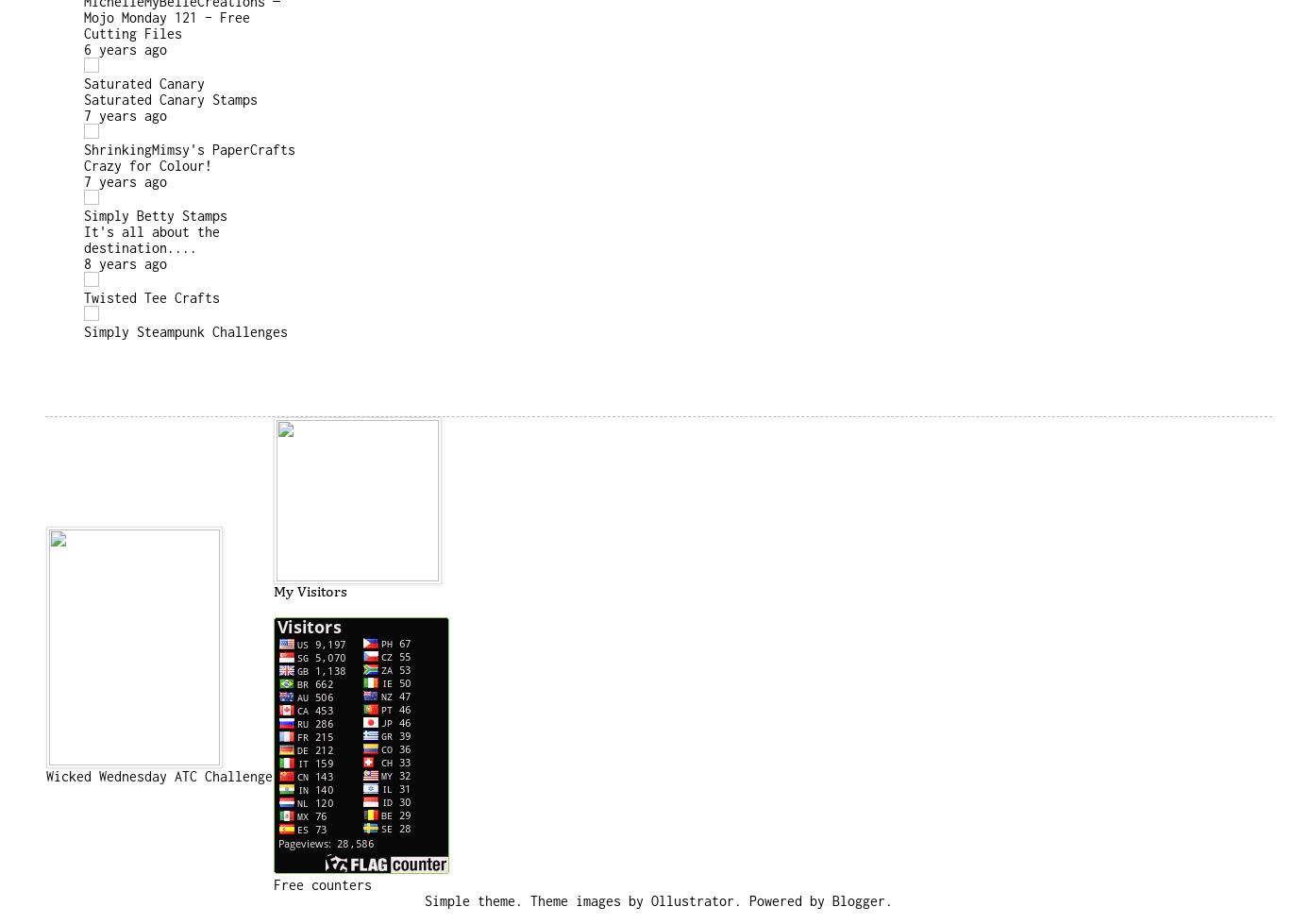  Describe the element at coordinates (692, 899) in the screenshot. I see `'Ollustrator'` at that location.